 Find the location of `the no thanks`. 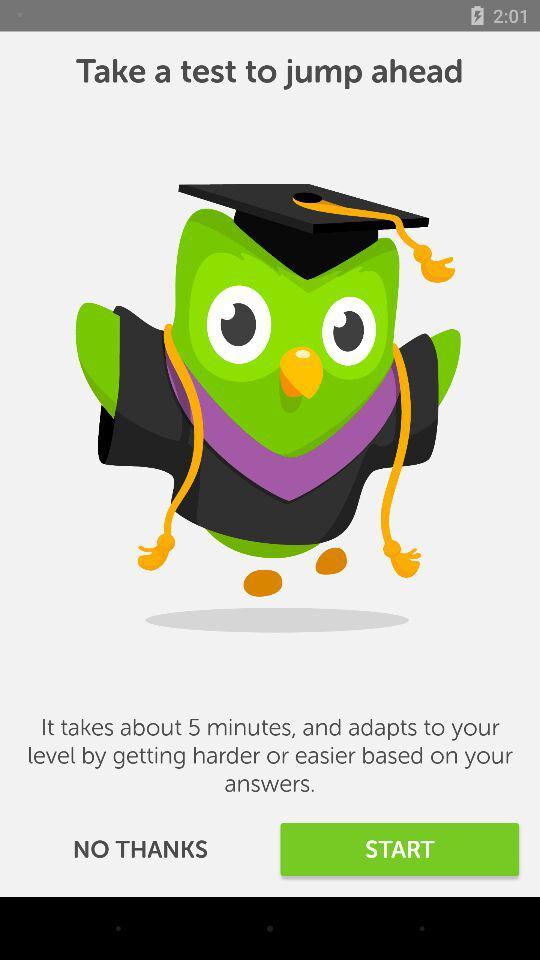

the no thanks is located at coordinates (139, 848).